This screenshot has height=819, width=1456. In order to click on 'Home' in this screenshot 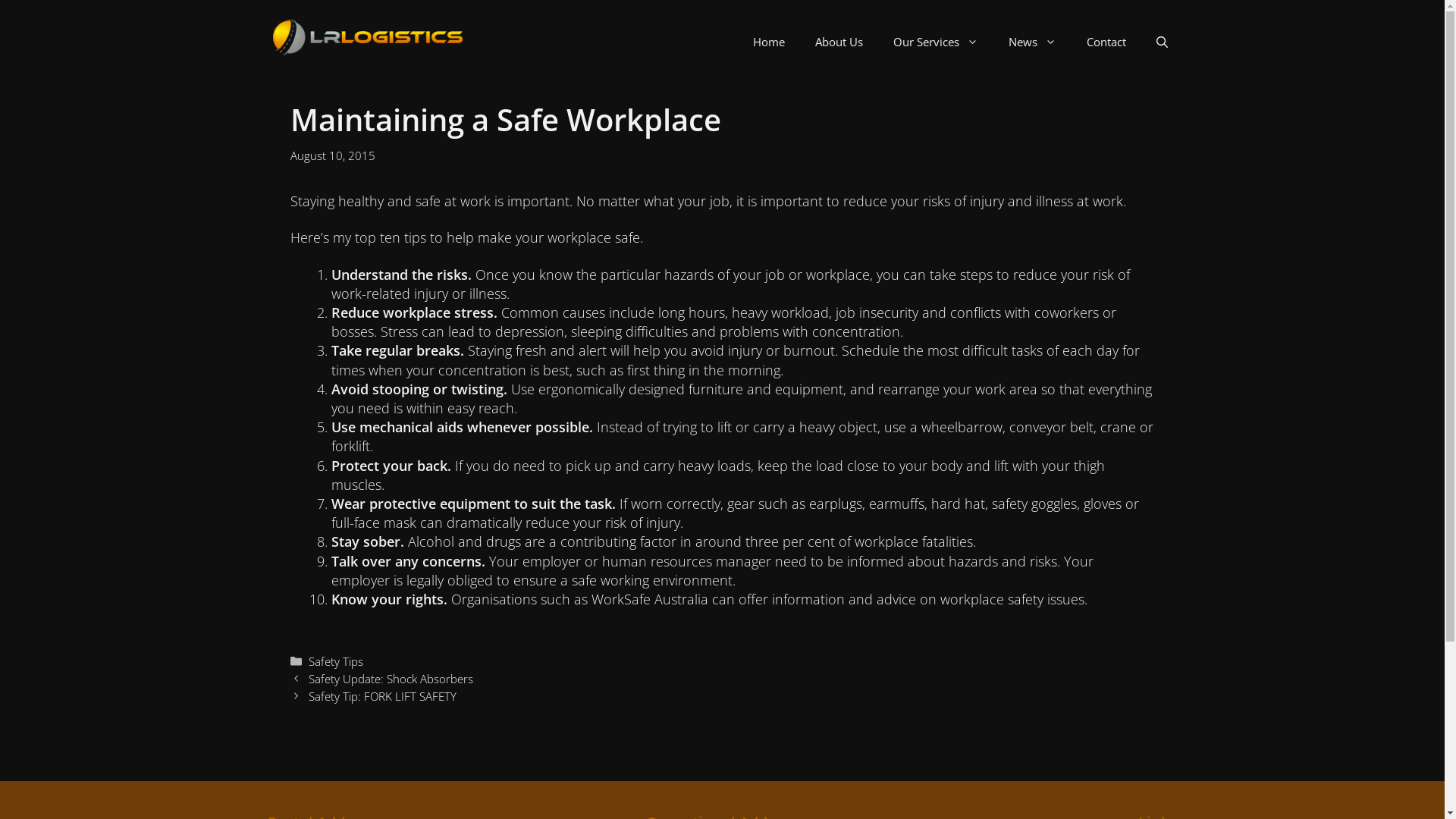, I will do `click(768, 40)`.